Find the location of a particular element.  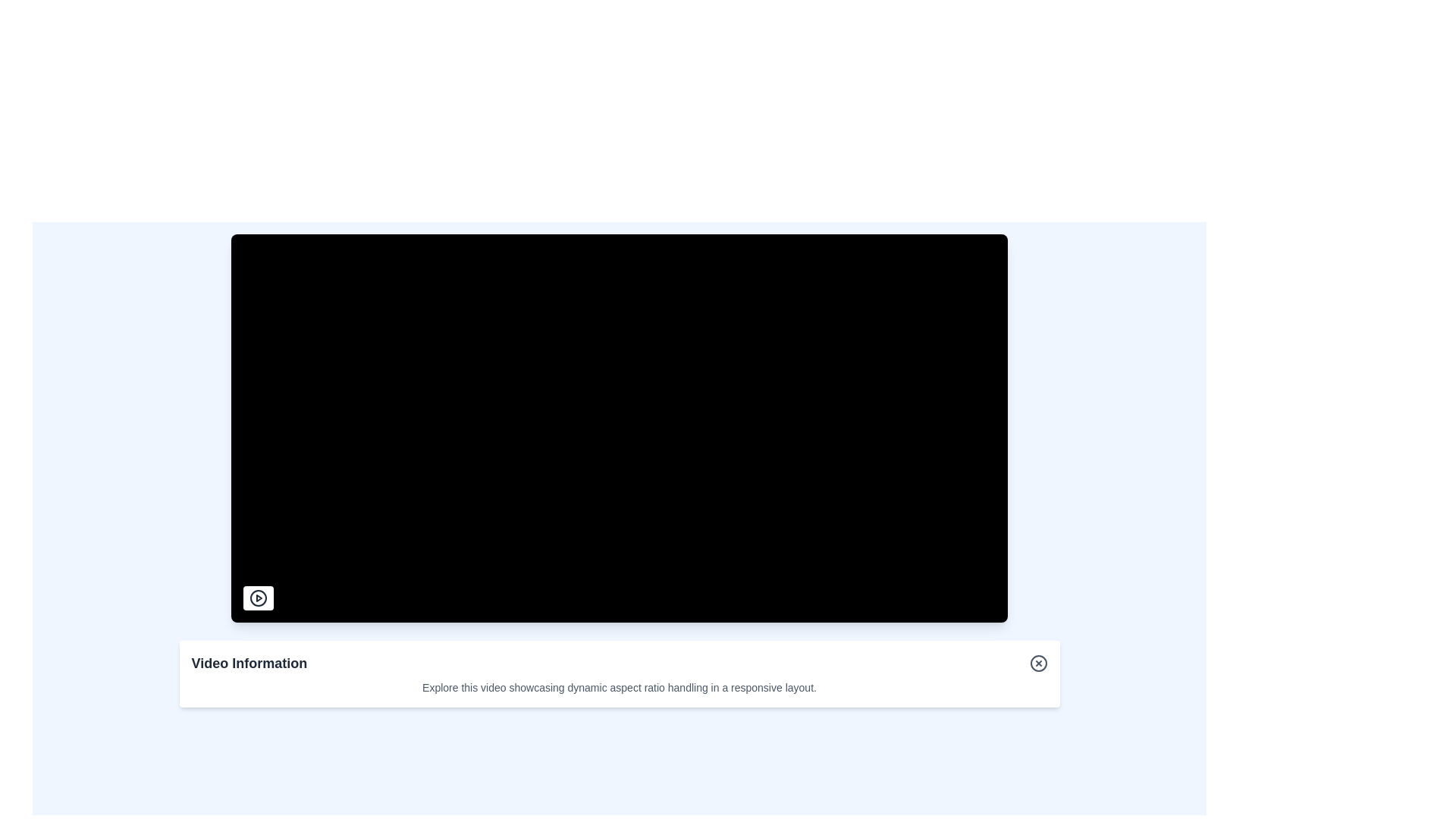

text content of the bold, large-sized text label displaying 'Video Information' located on the left side of the header section is located at coordinates (249, 663).